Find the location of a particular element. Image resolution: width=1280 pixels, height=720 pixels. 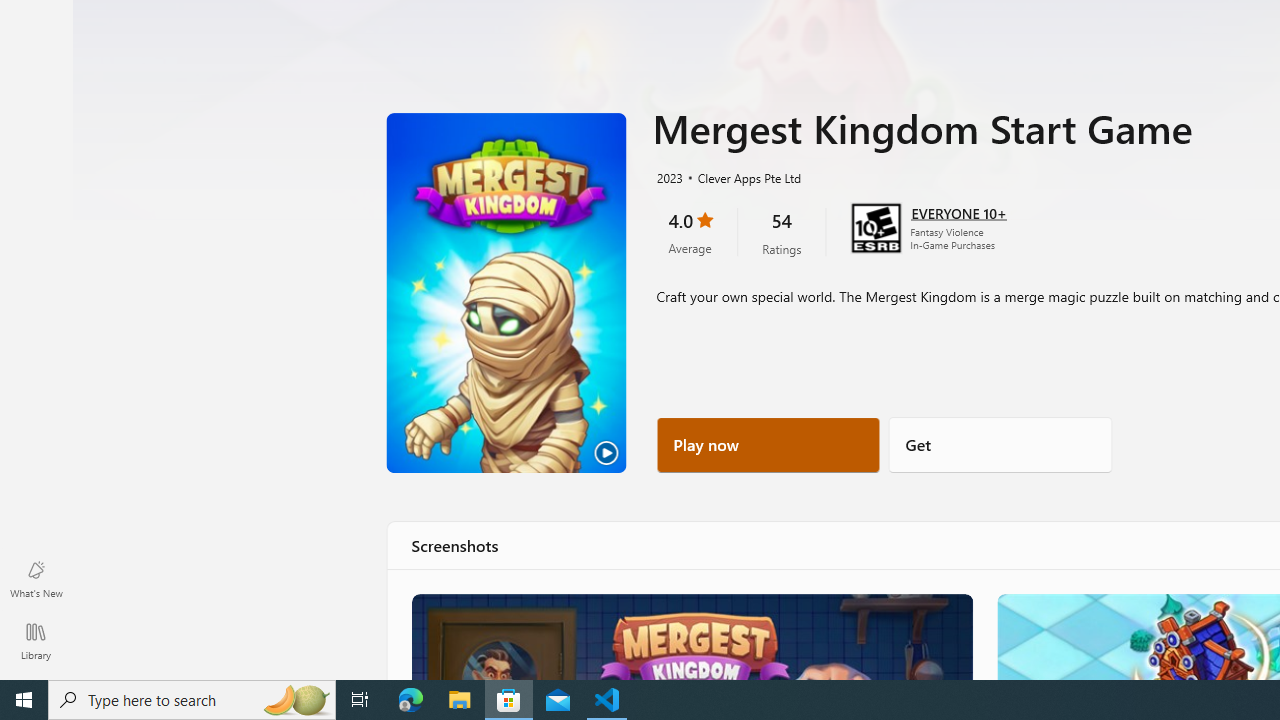

'Get' is located at coordinates (1000, 443).